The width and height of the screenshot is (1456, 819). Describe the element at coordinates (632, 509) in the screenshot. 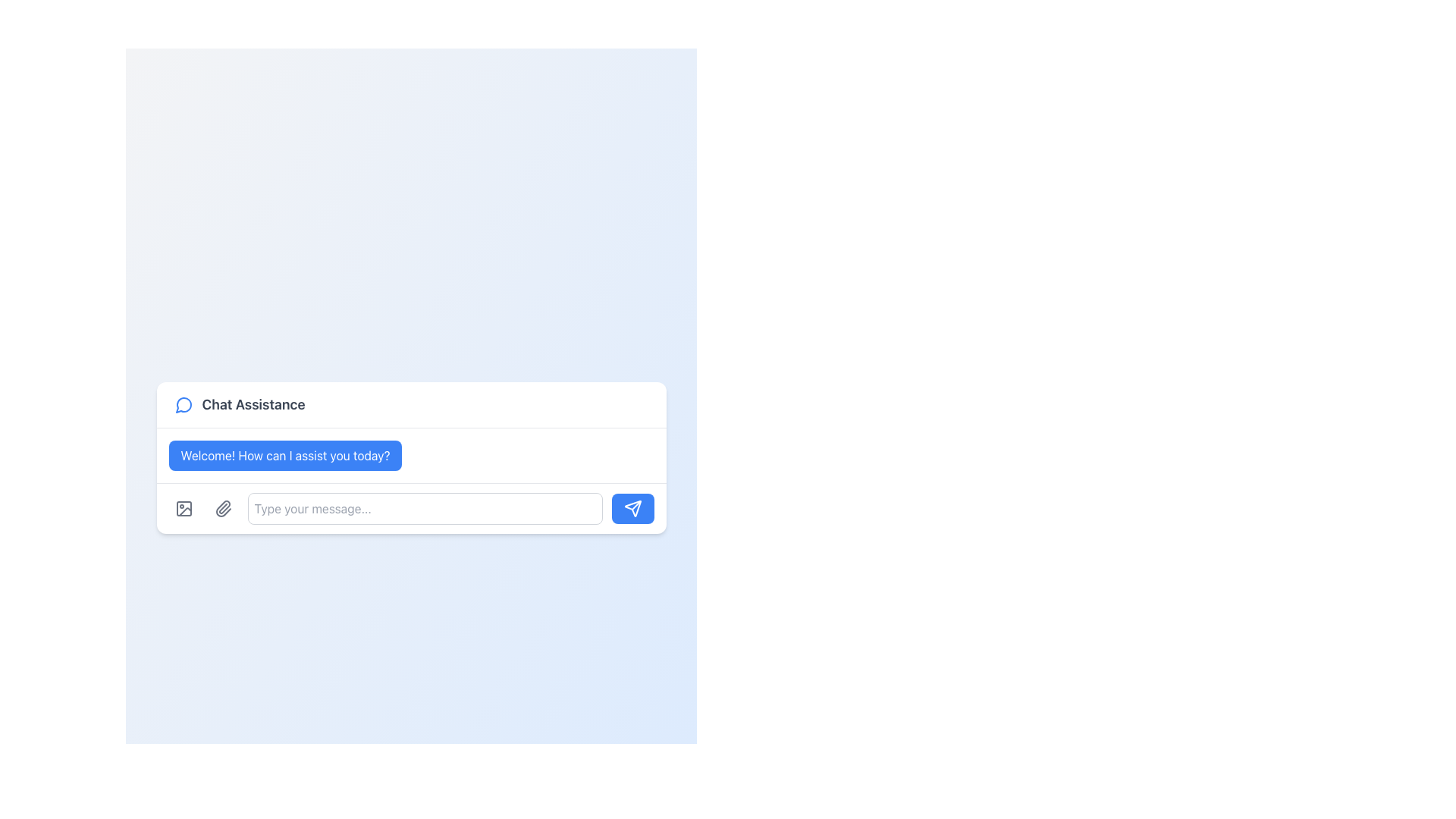

I see `the blue rounded rectangular button with a white paper plane icon` at that location.